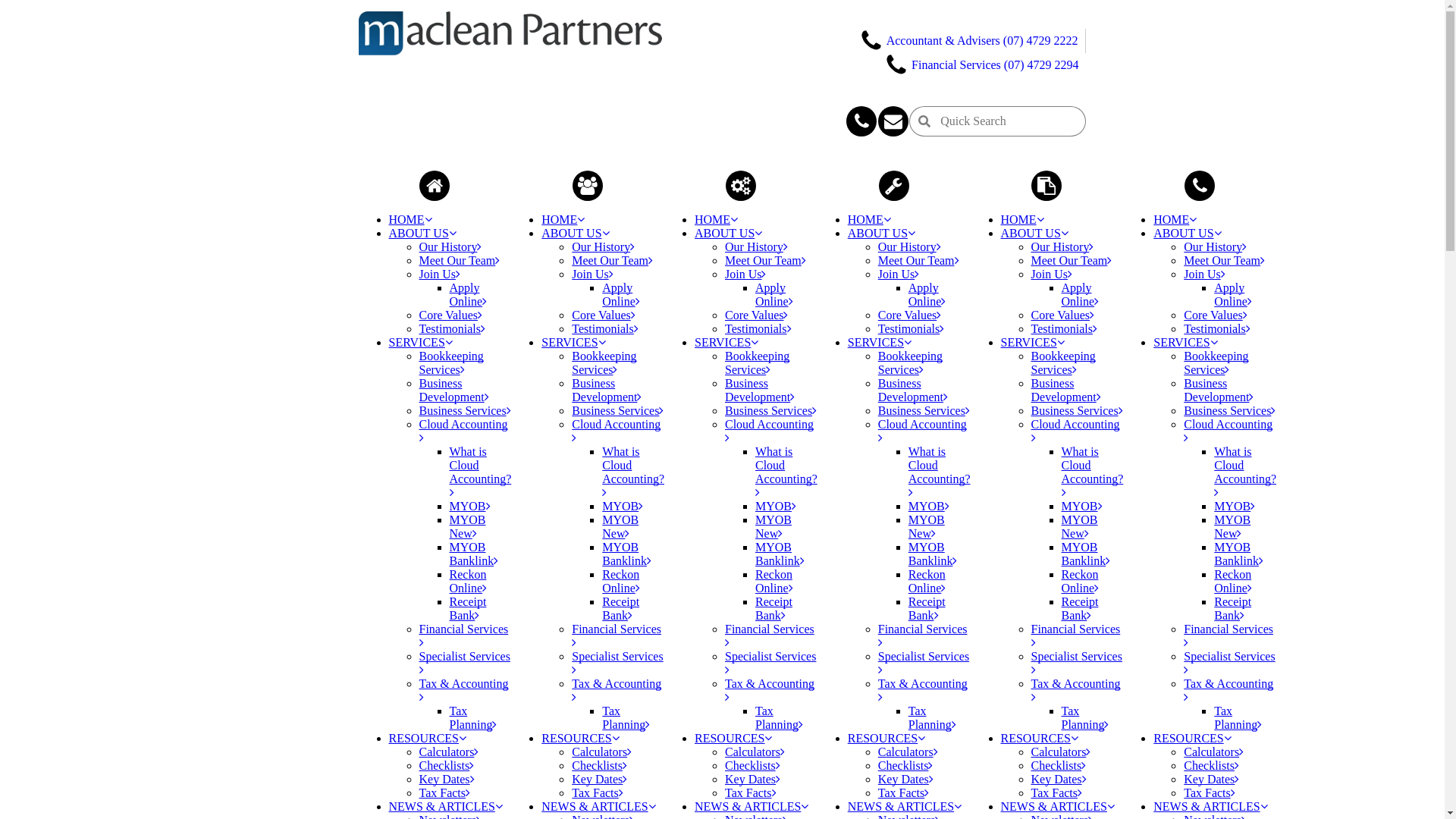 This screenshot has height=819, width=1456. Describe the element at coordinates (926, 607) in the screenshot. I see `'Receipt Bank'` at that location.